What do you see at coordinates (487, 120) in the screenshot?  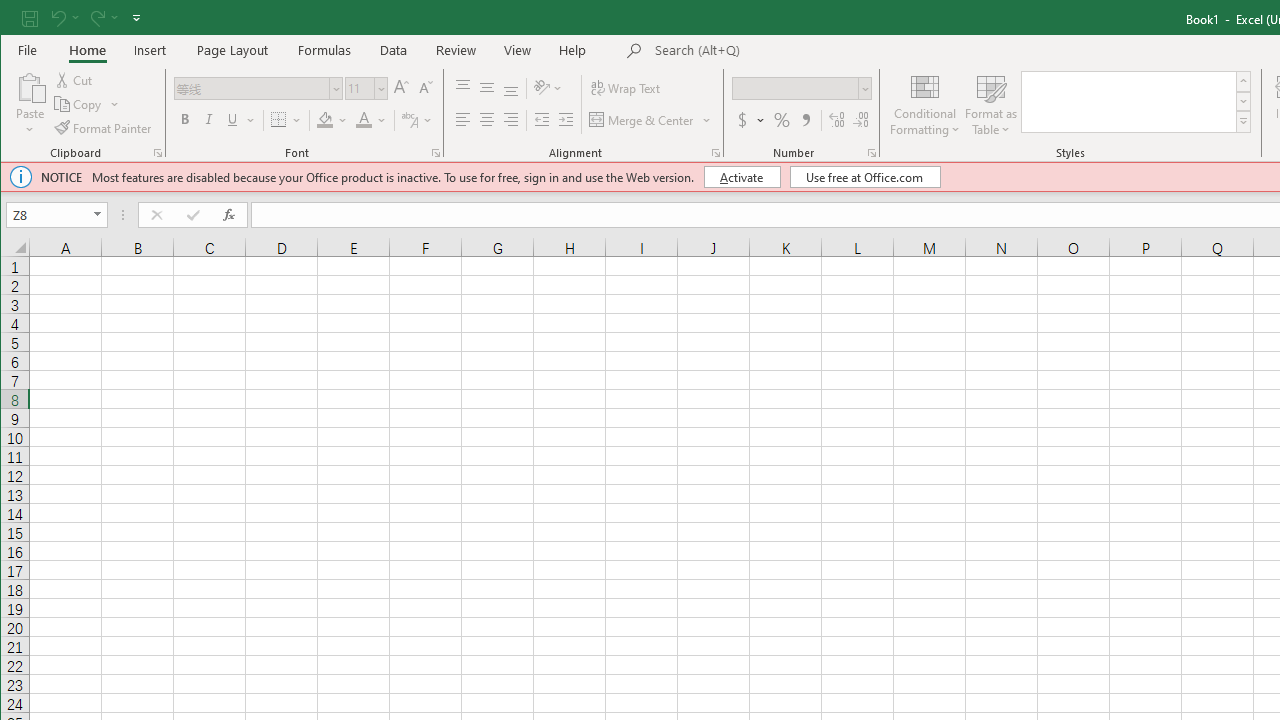 I see `'Center'` at bounding box center [487, 120].